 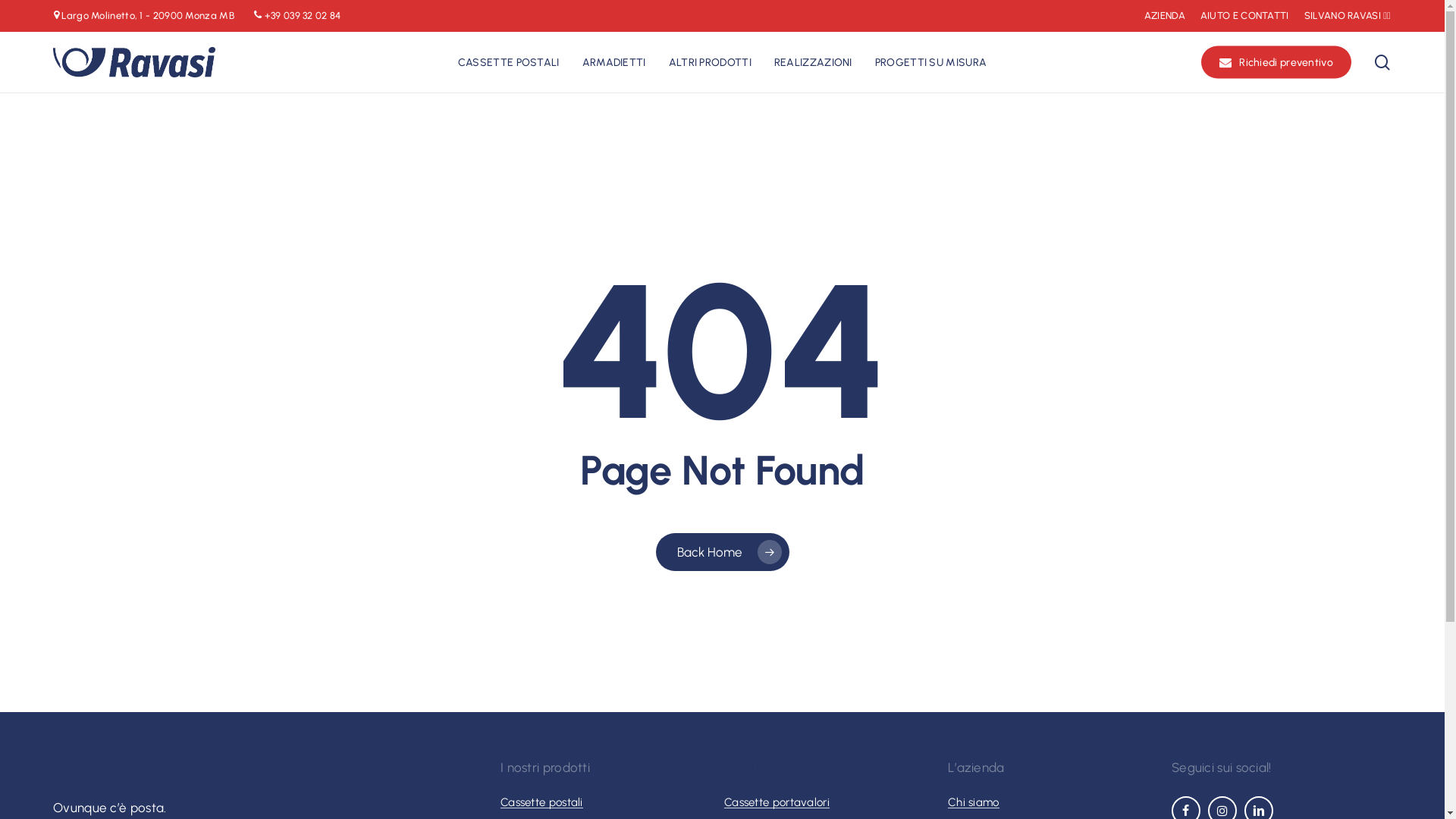 What do you see at coordinates (1373, 61) in the screenshot?
I see `'search'` at bounding box center [1373, 61].